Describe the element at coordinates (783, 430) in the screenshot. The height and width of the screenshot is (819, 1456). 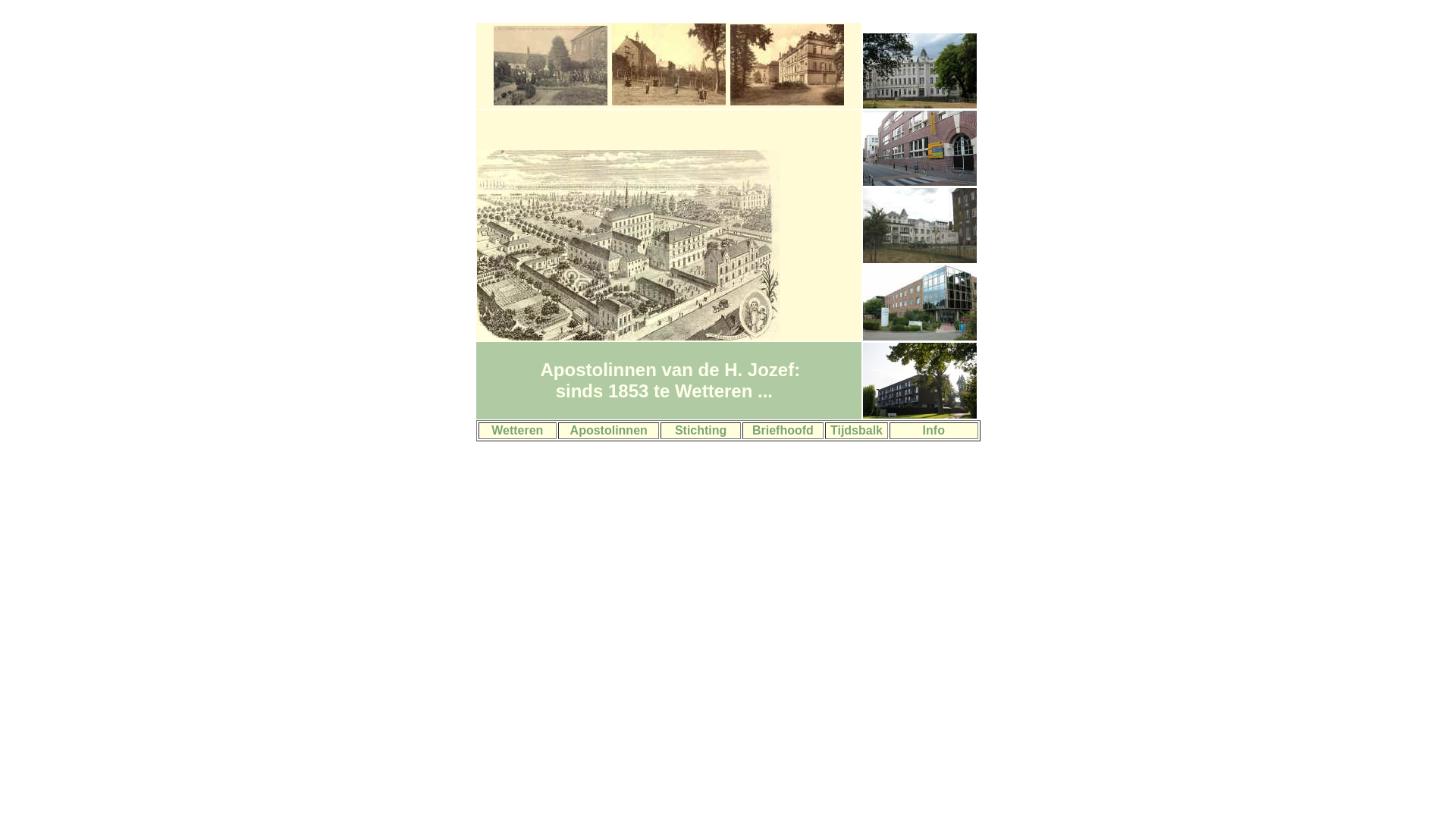
I see `'Briefhoofd'` at that location.